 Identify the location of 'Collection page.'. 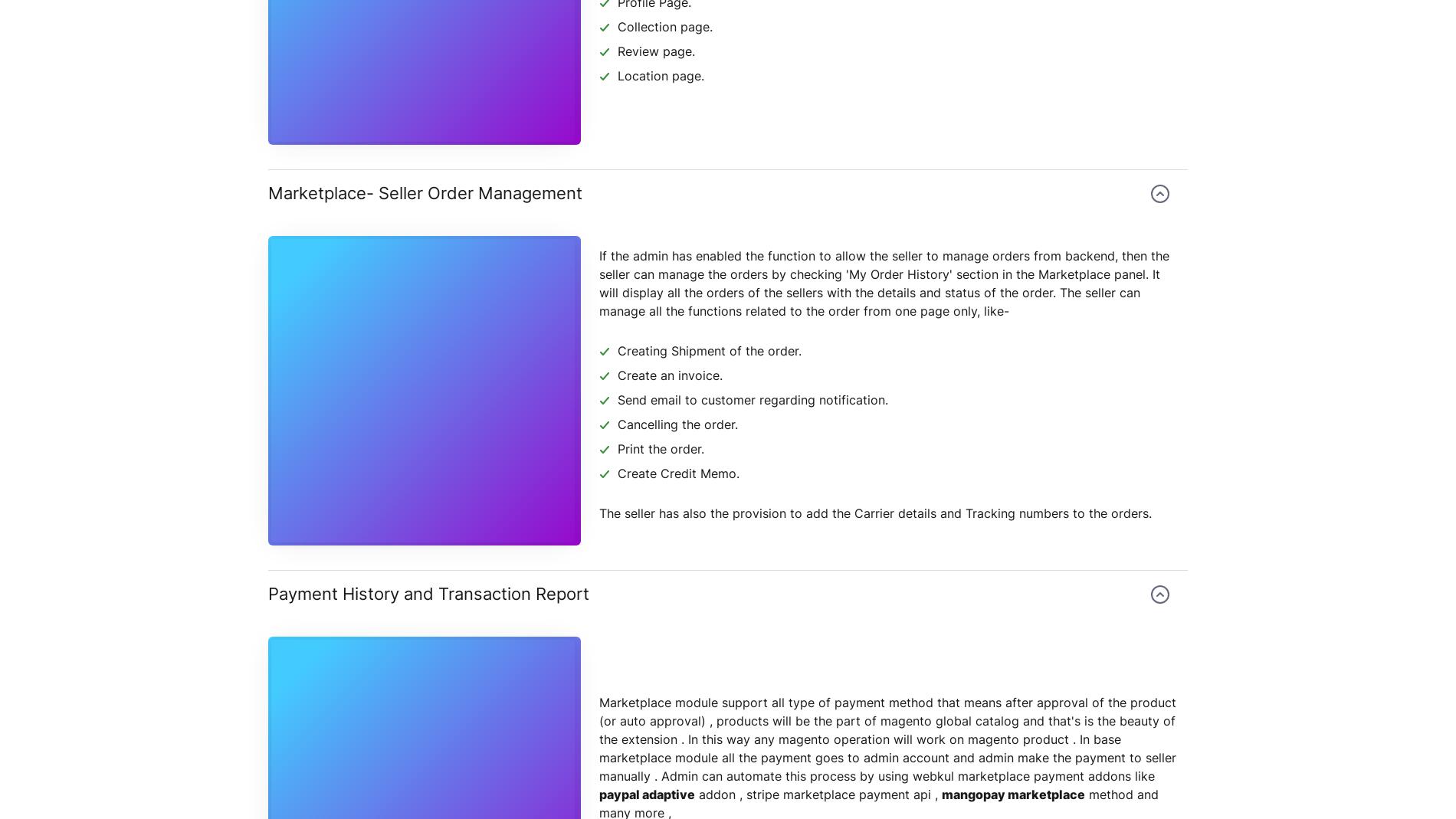
(664, 25).